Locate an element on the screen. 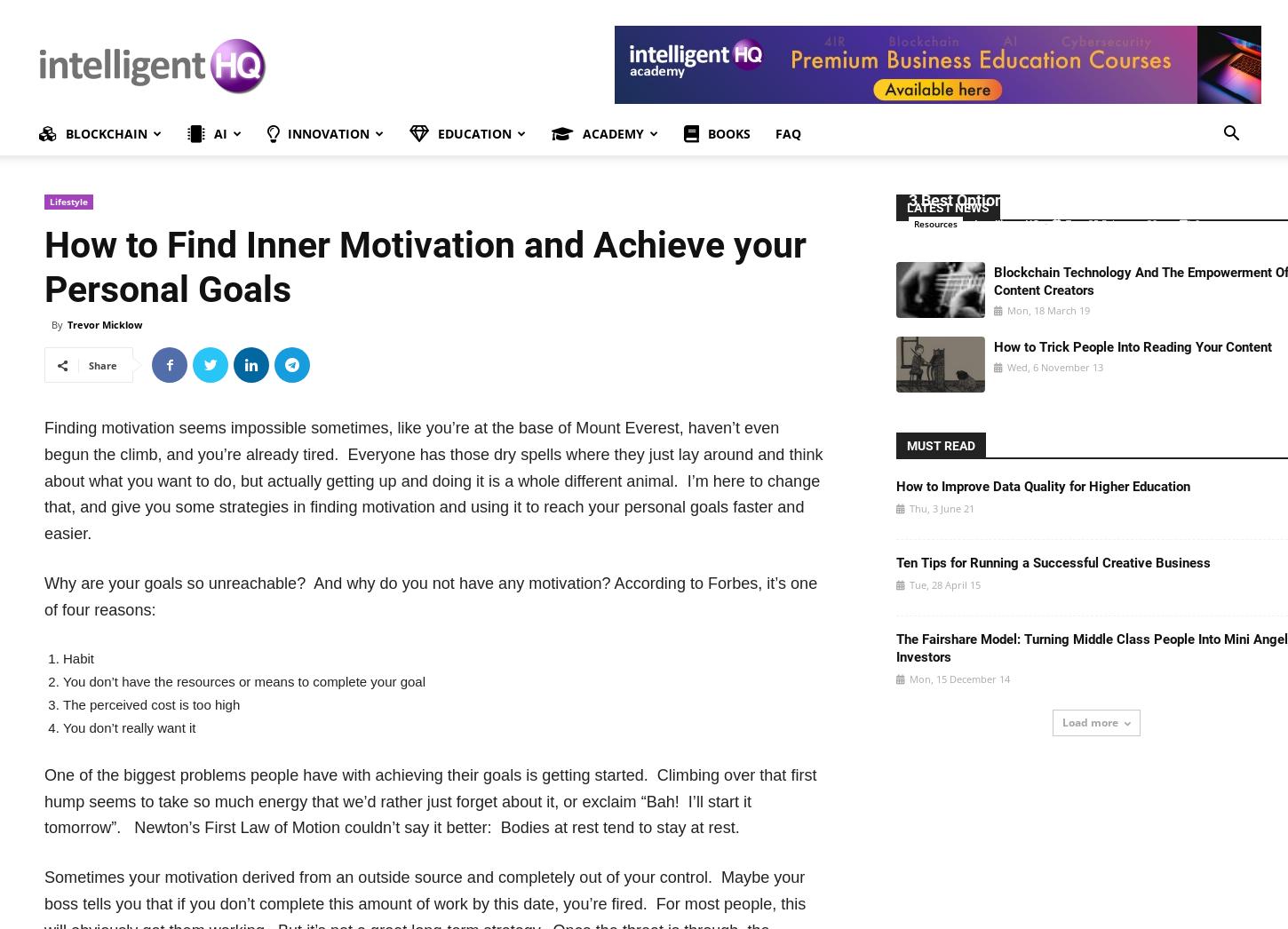 This screenshot has width=1288, height=929. 'Wed, 6 November 13' is located at coordinates (1053, 367).